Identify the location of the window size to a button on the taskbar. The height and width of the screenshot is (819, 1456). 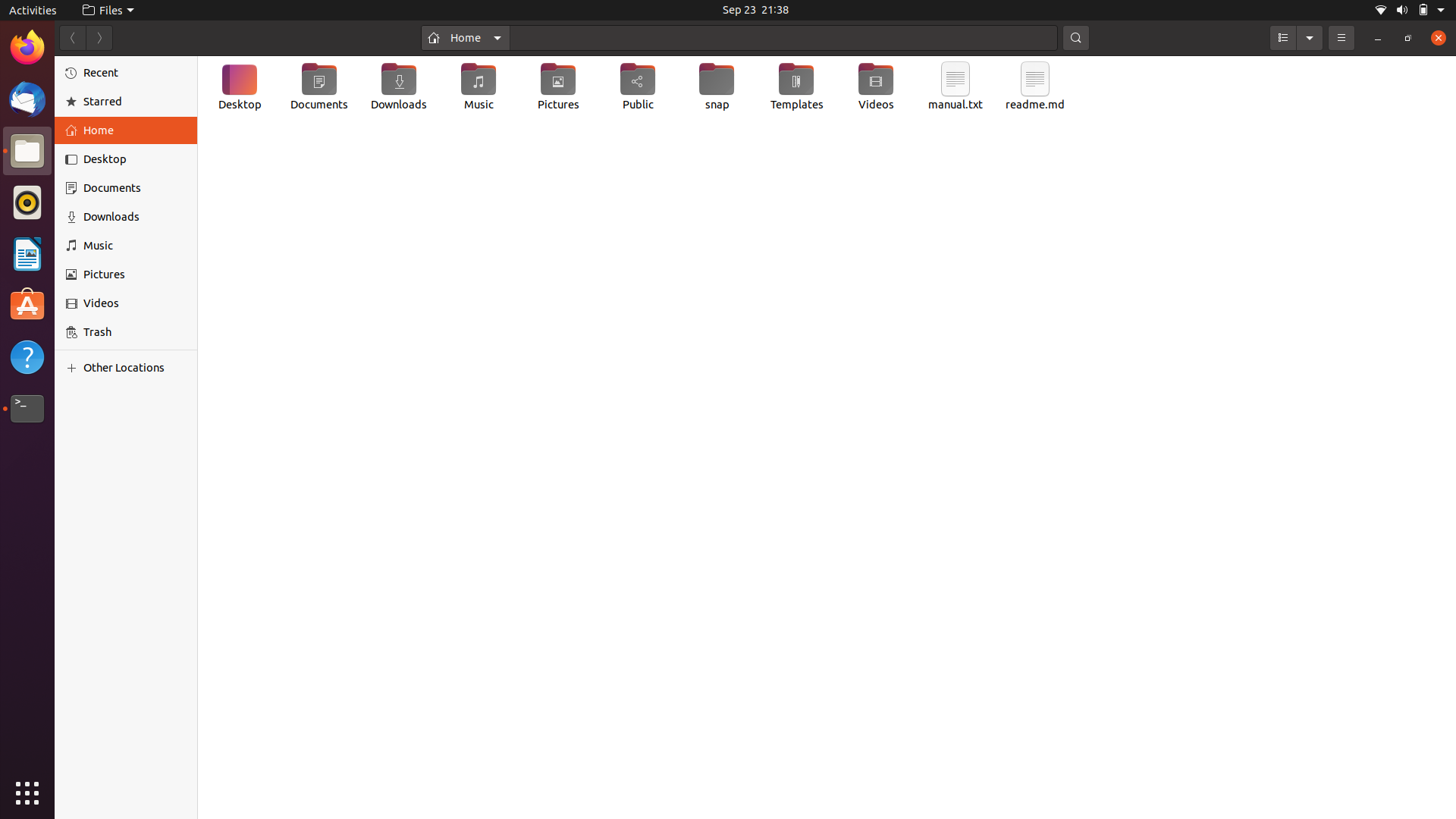
(1377, 37).